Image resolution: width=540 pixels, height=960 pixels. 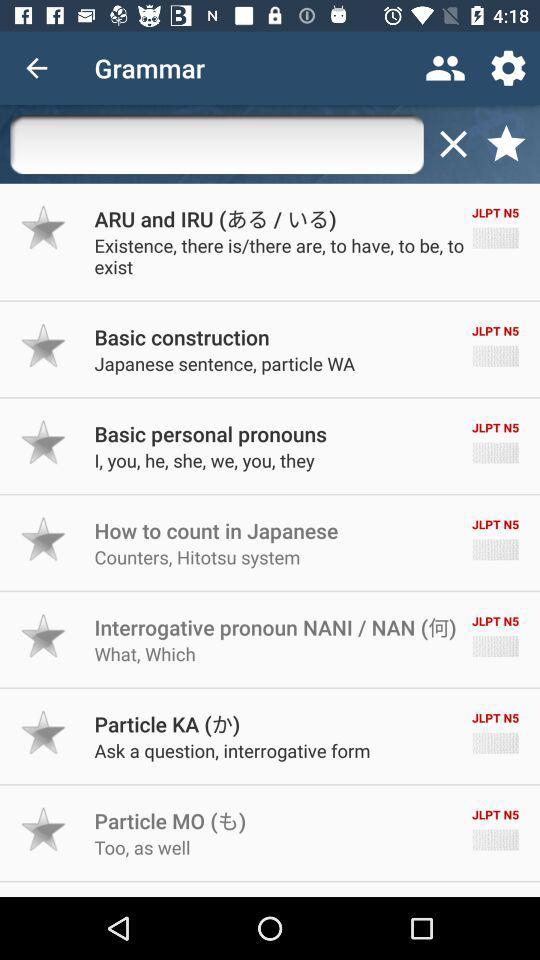 What do you see at coordinates (44, 635) in the screenshot?
I see `to favorite` at bounding box center [44, 635].